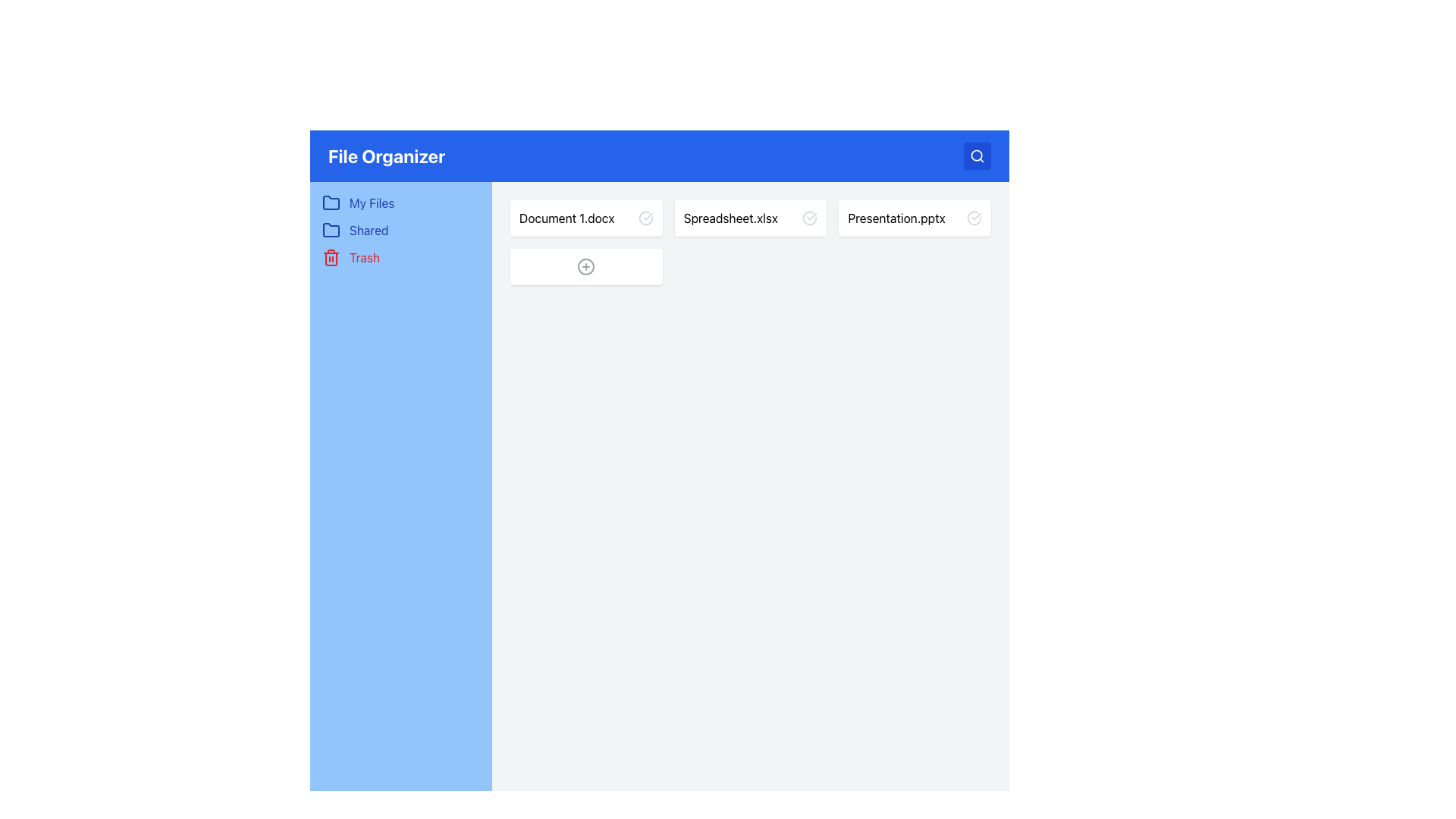 This screenshot has width=1456, height=819. What do you see at coordinates (330, 256) in the screenshot?
I see `the red trash can icon located in the left-side navigation menu, which is positioned next to the 'Trash' text` at bounding box center [330, 256].